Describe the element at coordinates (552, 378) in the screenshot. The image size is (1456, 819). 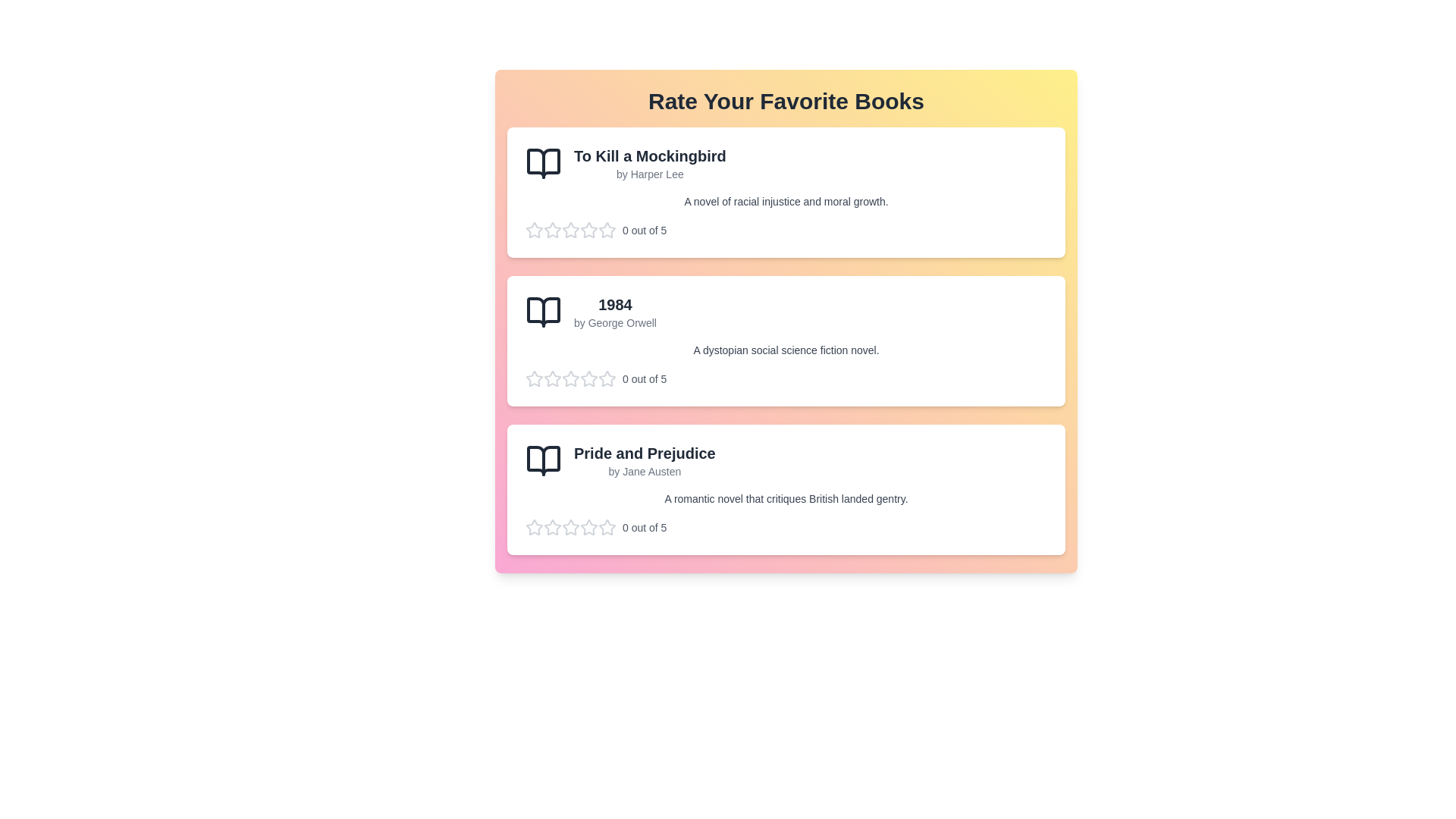
I see `the first star icon in the rating section of the book '1984'` at that location.